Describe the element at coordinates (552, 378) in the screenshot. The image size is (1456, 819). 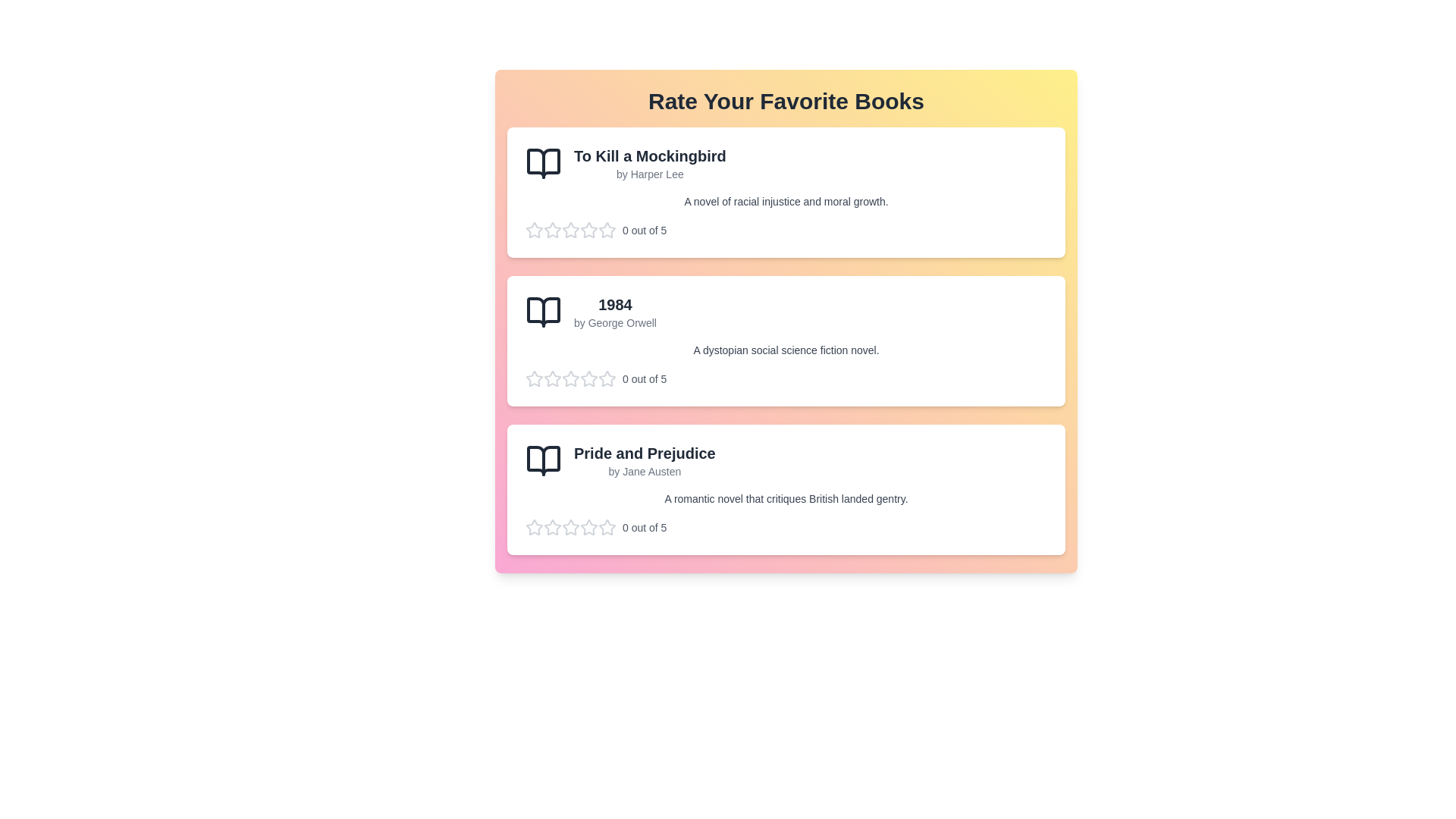
I see `the first star icon in the rating section of the book '1984'` at that location.